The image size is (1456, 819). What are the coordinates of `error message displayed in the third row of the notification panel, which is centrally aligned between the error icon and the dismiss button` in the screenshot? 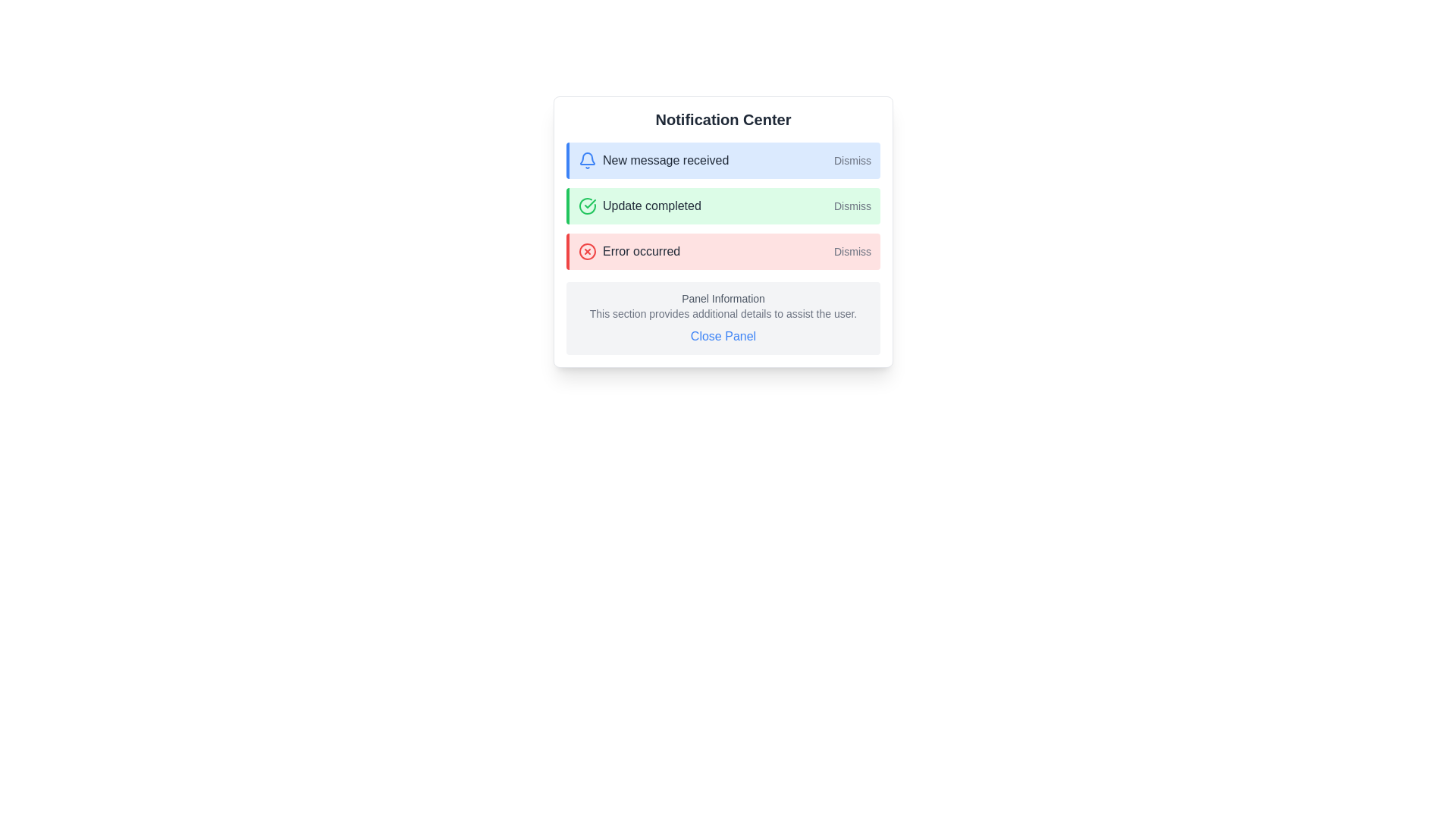 It's located at (642, 250).